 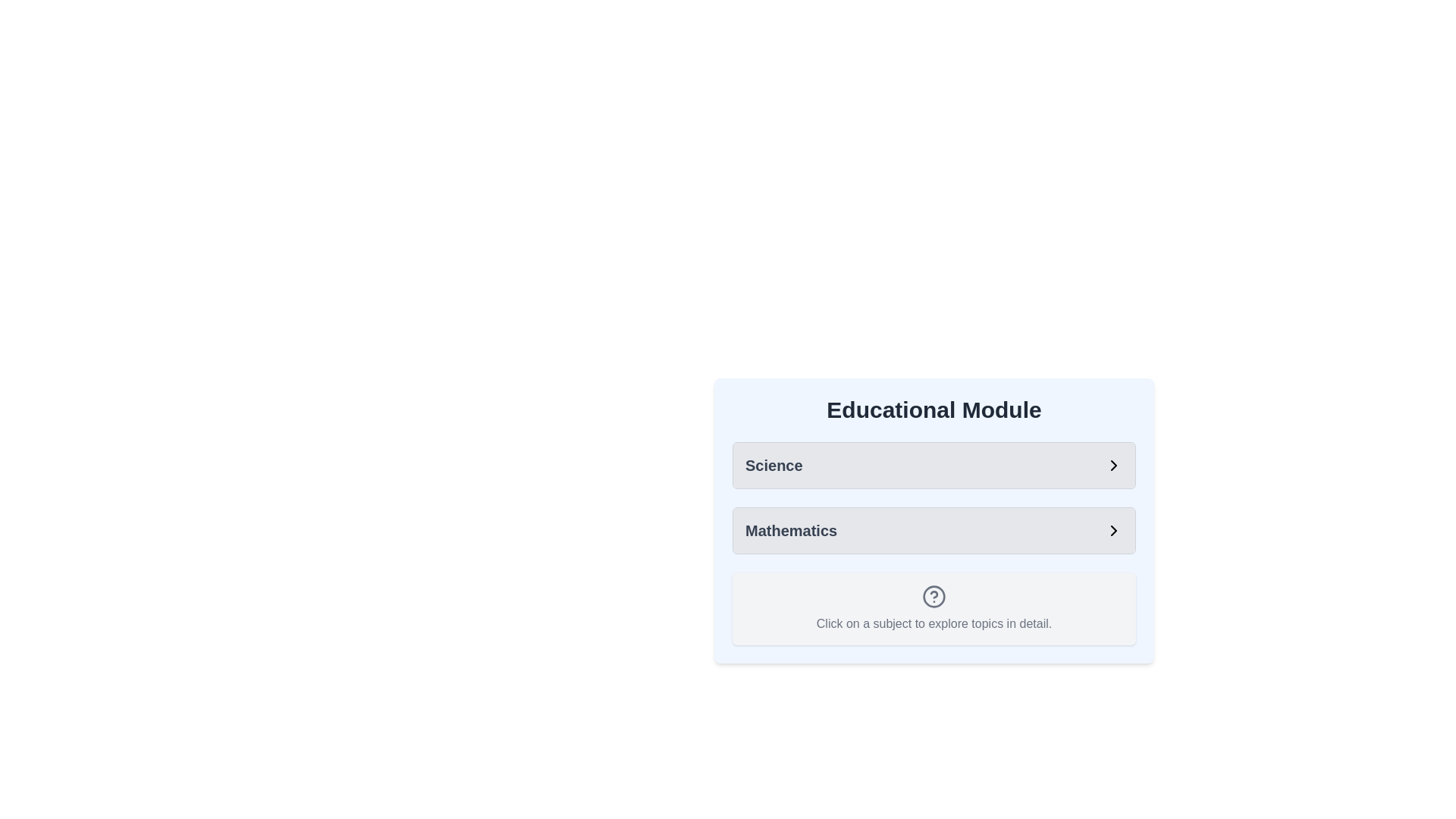 I want to click on the List item labeled 'Mathematics' in the 'Educational Module' panel, so click(x=934, y=529).